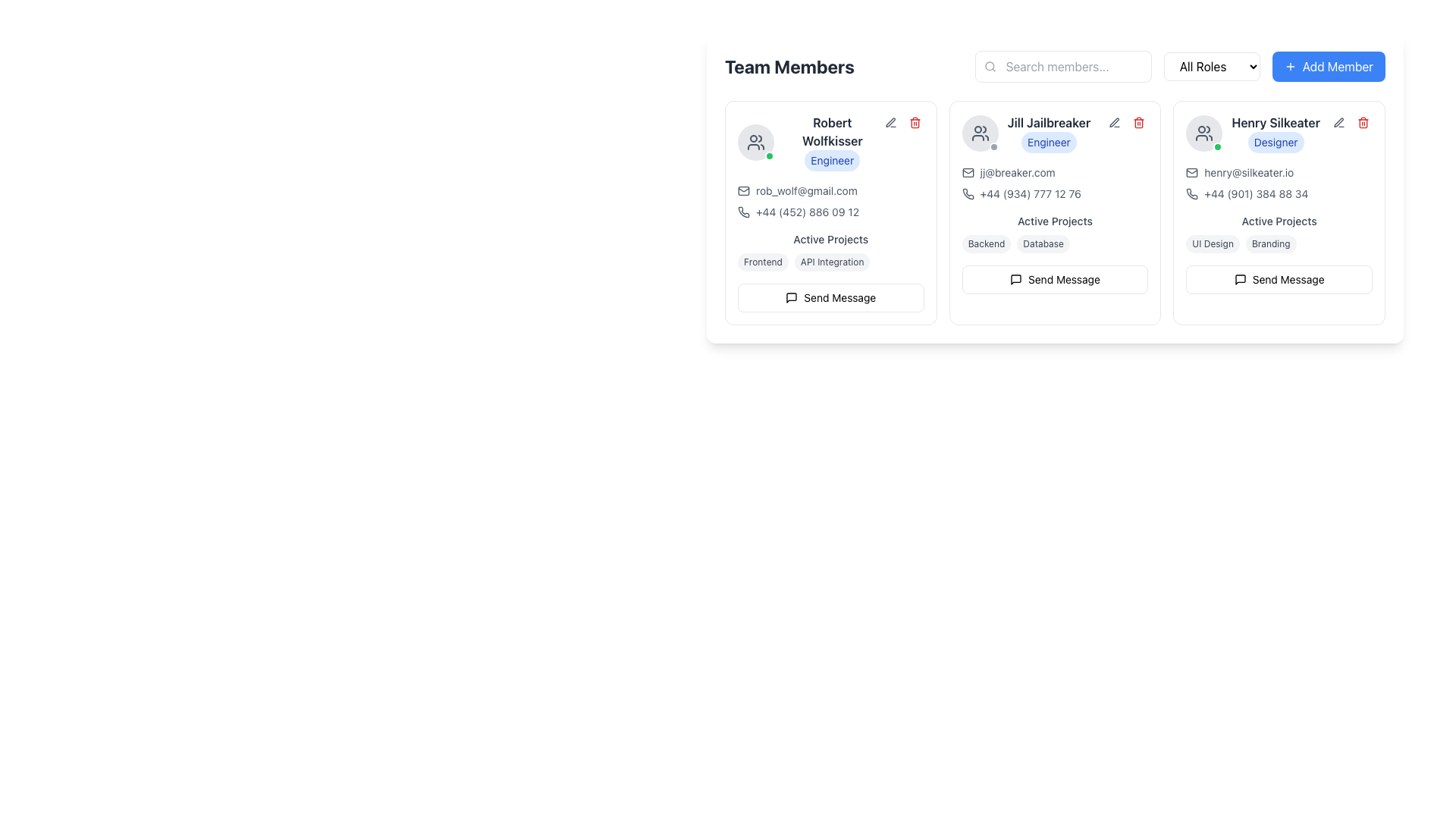 Image resolution: width=1456 pixels, height=819 pixels. I want to click on the small circular indicator located in the bottom-right corner of the larger circular component within the profile card of a team member, so click(993, 146).